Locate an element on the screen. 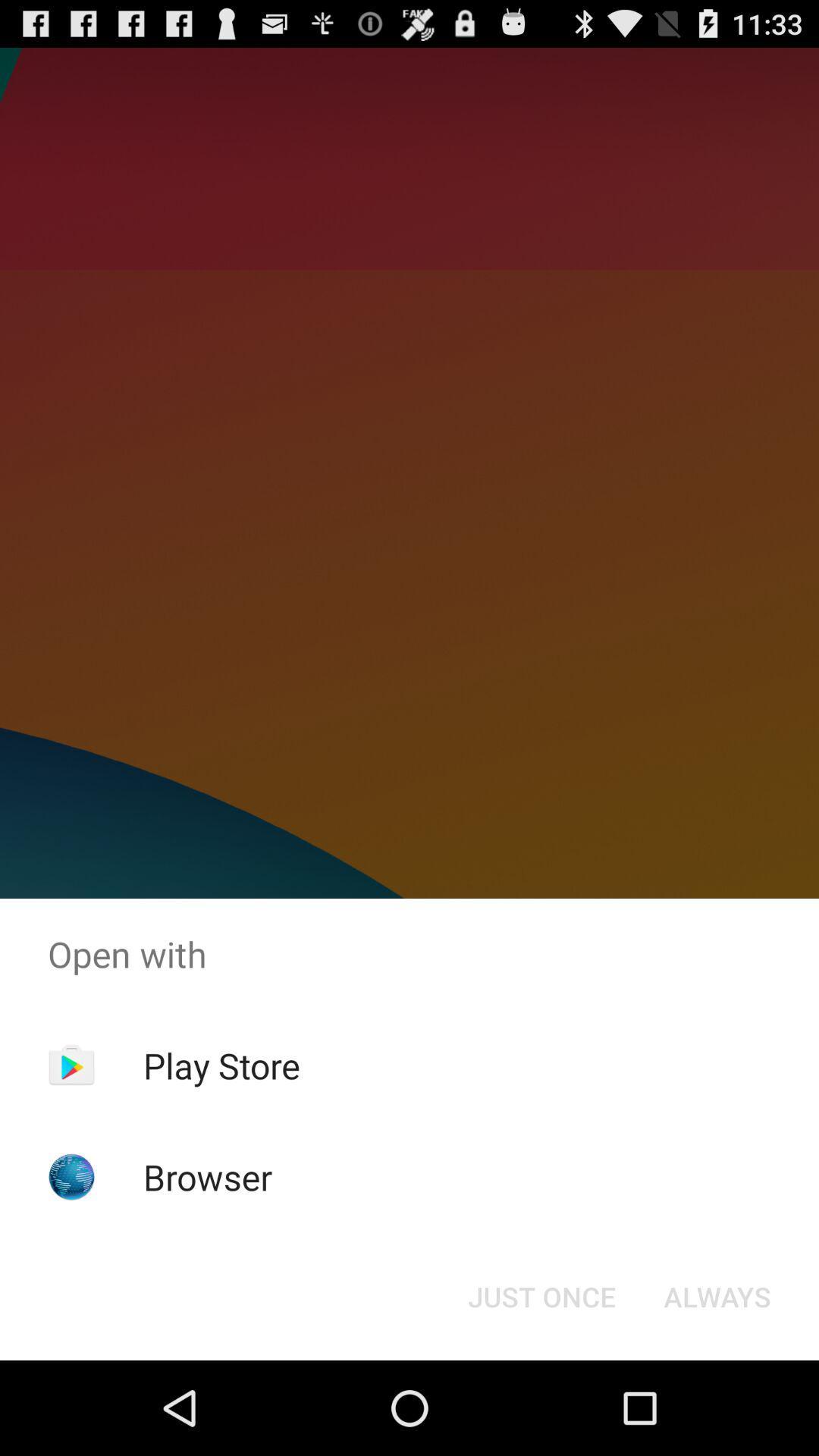  the item below open with app is located at coordinates (221, 1065).